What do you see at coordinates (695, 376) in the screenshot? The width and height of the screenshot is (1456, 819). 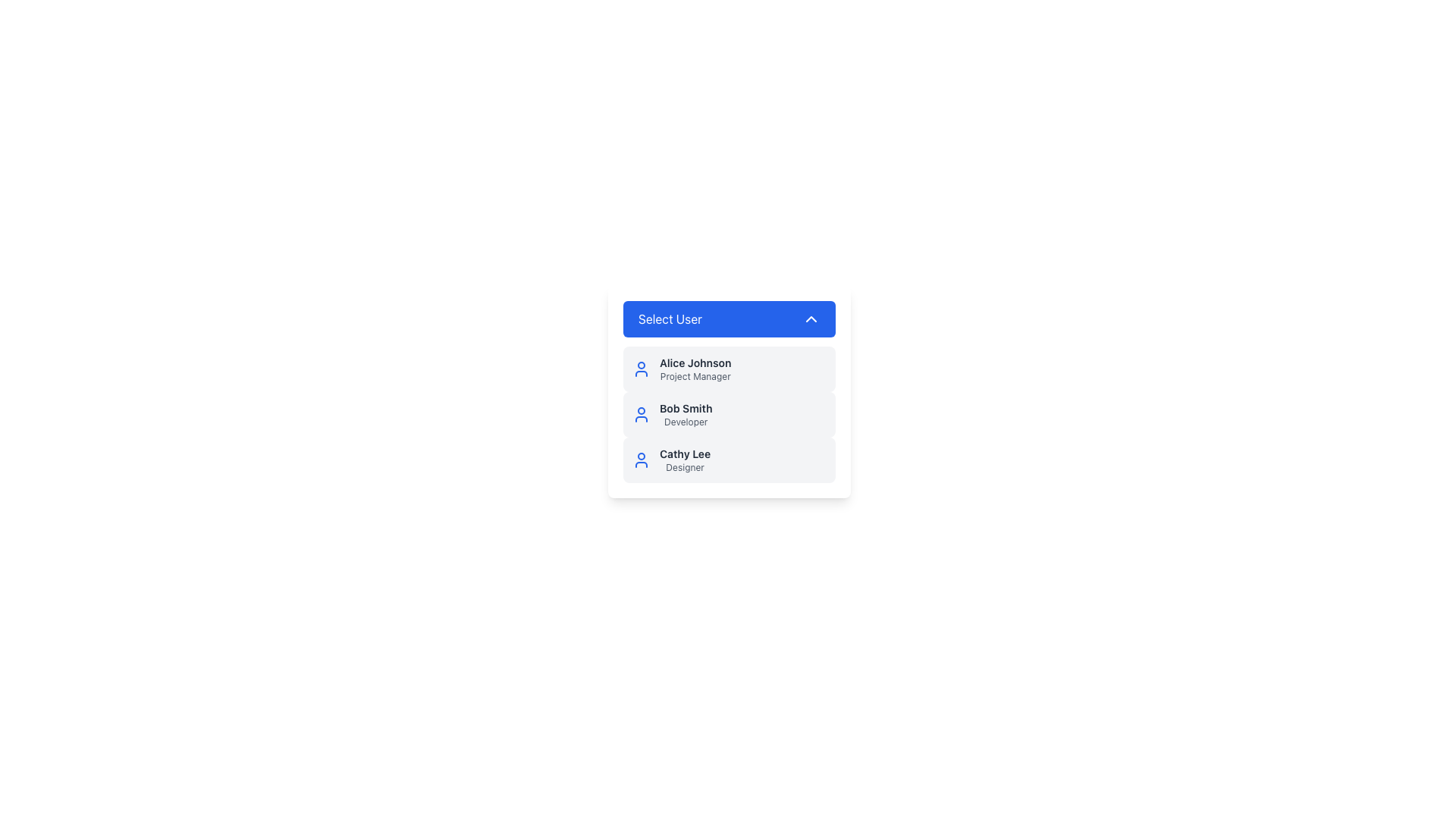 I see `the text label displaying the role 'Project Manager' located beneath the name 'Alice Johnson' in a dropdown menu` at bounding box center [695, 376].